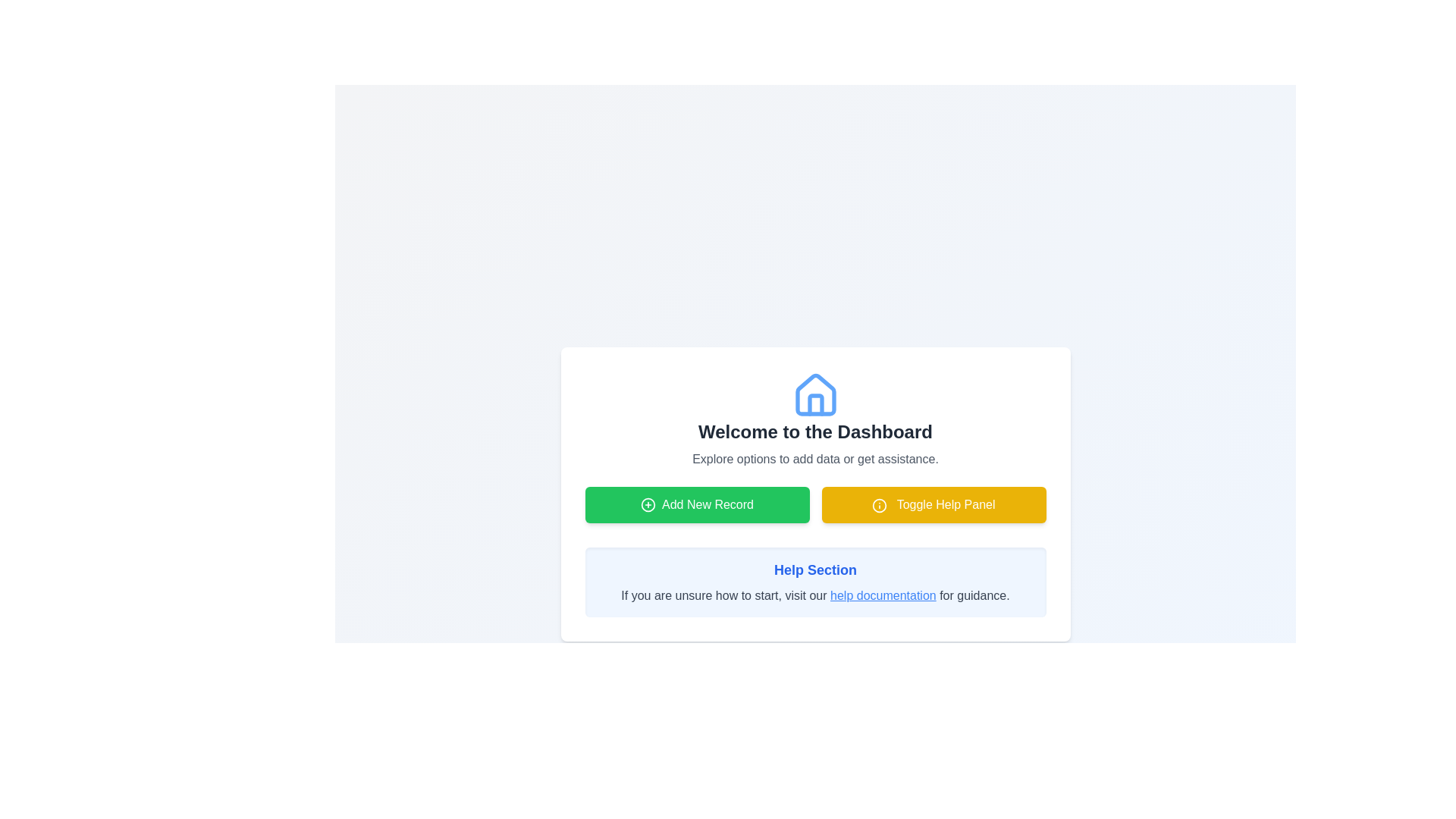 This screenshot has width=1456, height=819. Describe the element at coordinates (883, 595) in the screenshot. I see `the hyperlink located in the bottom section of the card layout under the title 'Help Section'` at that location.